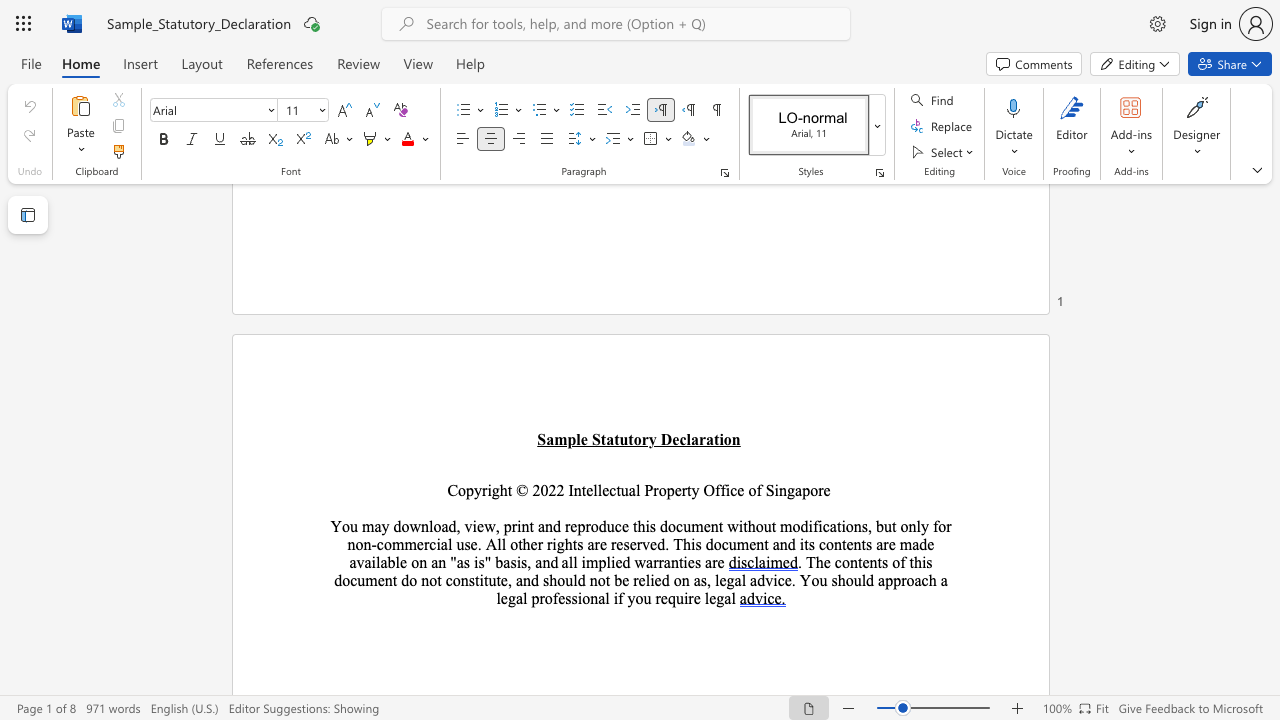  What do you see at coordinates (690, 438) in the screenshot?
I see `the subset text "aration" within the text "Sample Statutory Declaration"` at bounding box center [690, 438].